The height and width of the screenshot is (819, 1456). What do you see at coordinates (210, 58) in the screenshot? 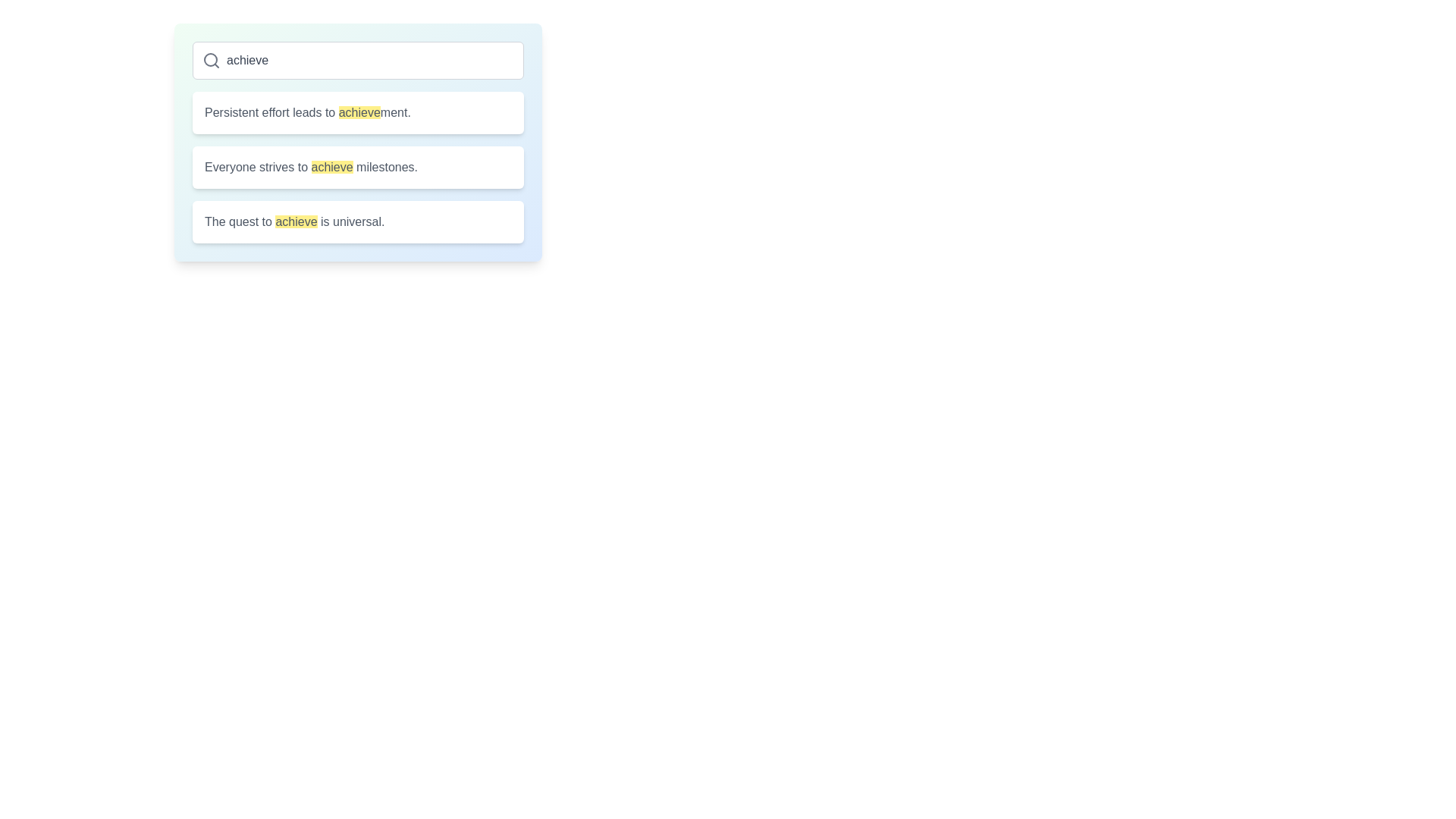
I see `the circular part of the search icon, which is an 8px radius circle located at the left side of the search bar at the top of the interface` at bounding box center [210, 58].